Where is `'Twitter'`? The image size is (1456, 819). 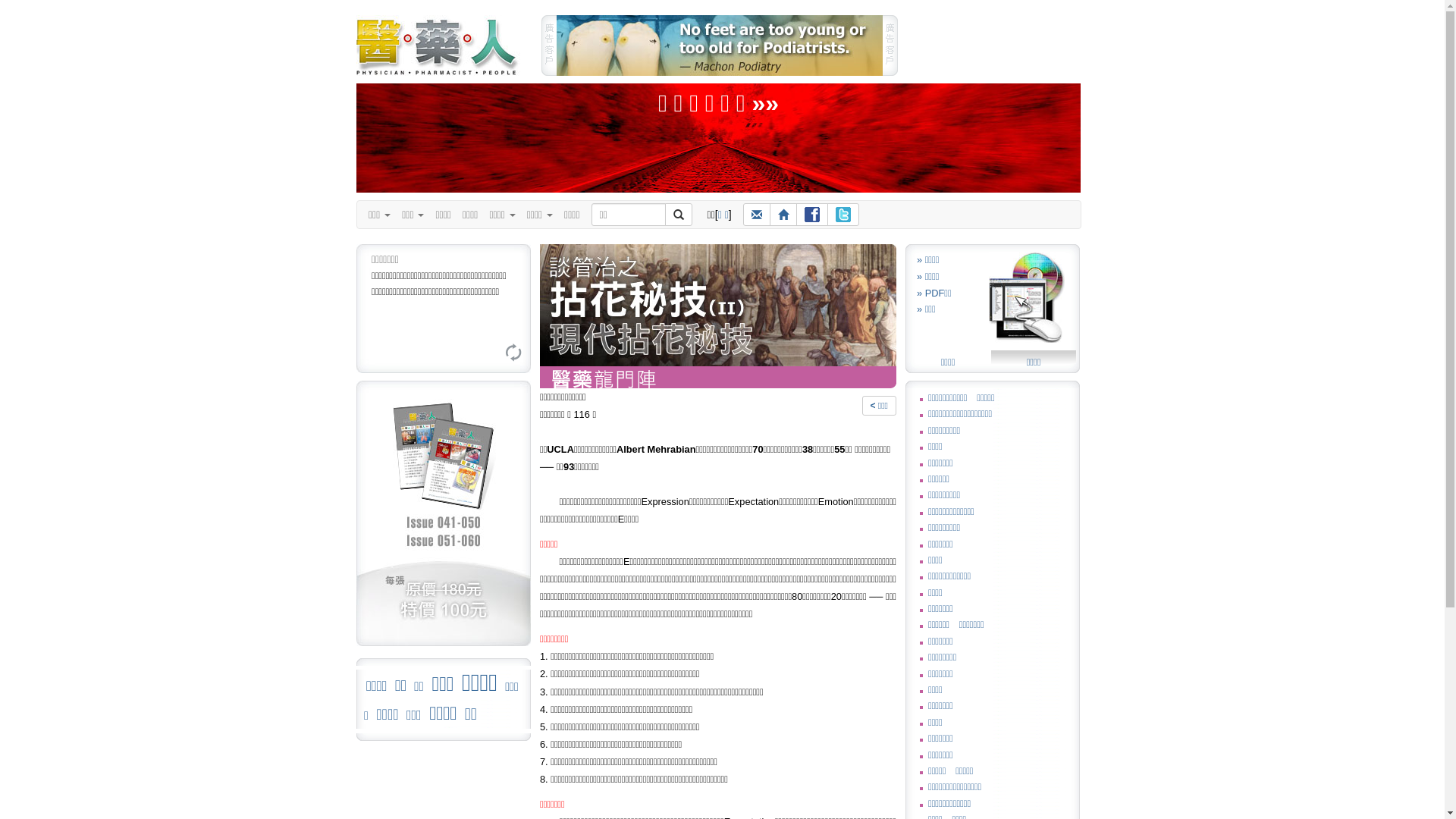
'Twitter' is located at coordinates (843, 214).